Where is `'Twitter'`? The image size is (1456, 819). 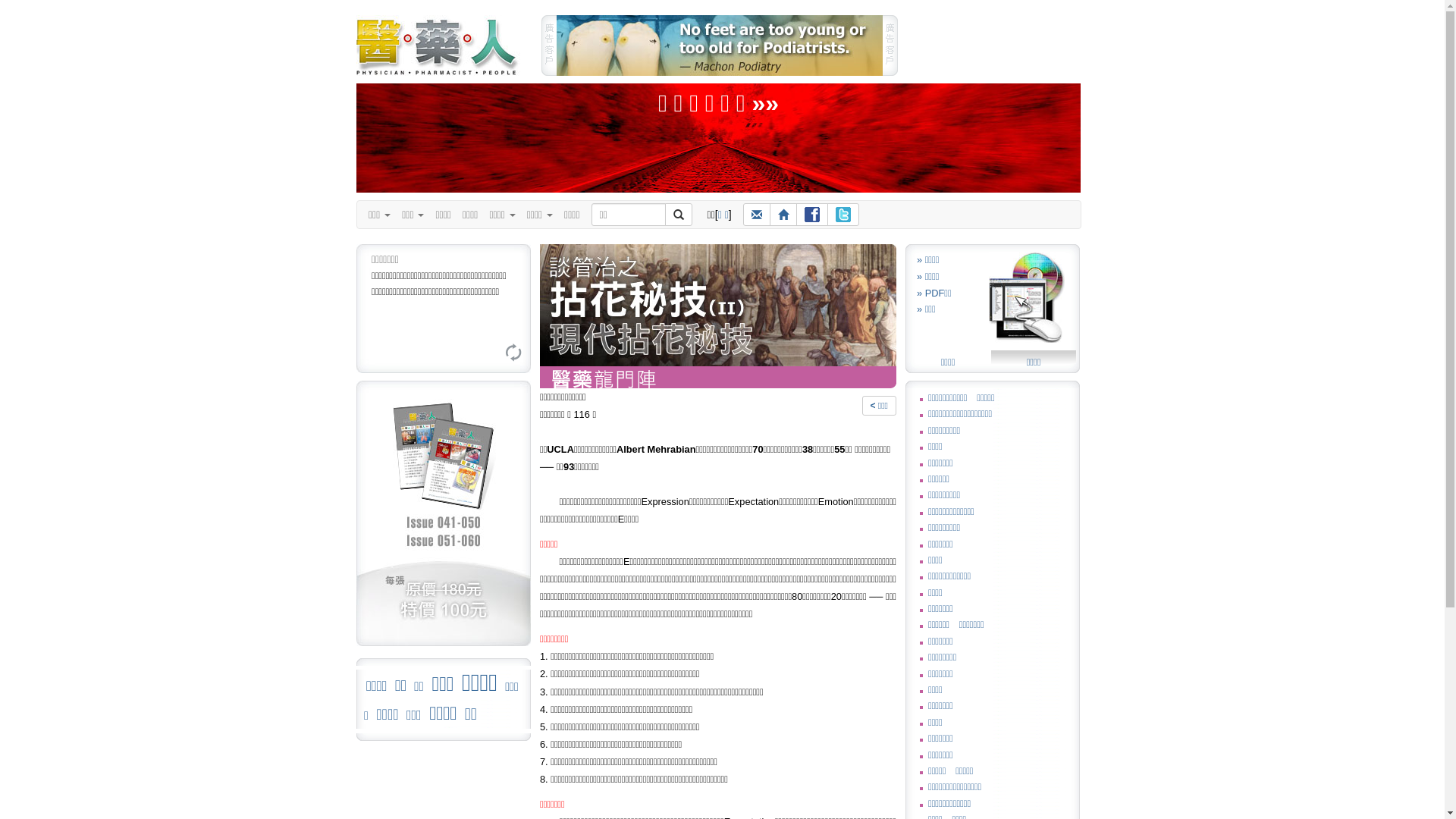
'Twitter' is located at coordinates (843, 214).